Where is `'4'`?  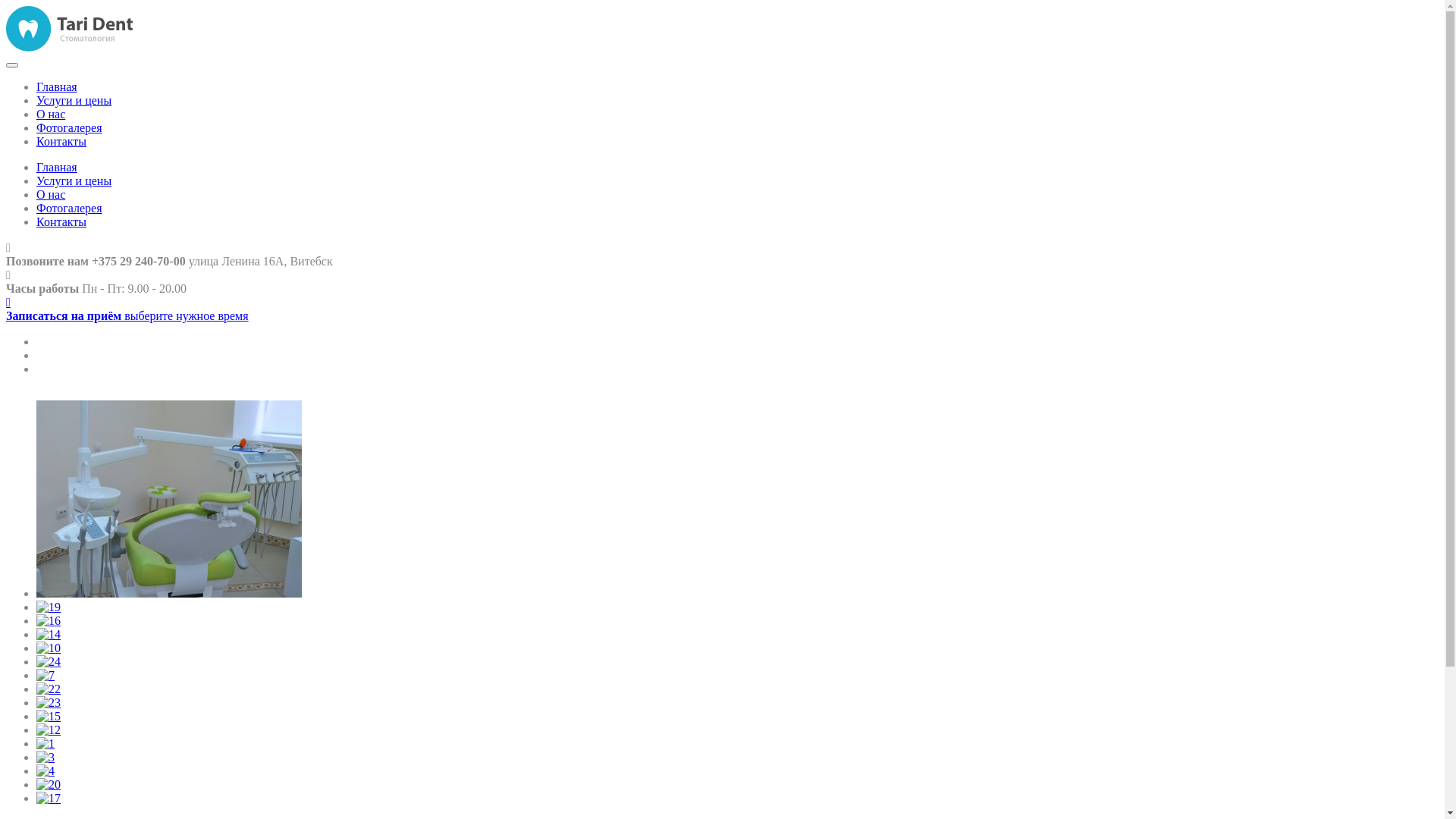 '4' is located at coordinates (45, 771).